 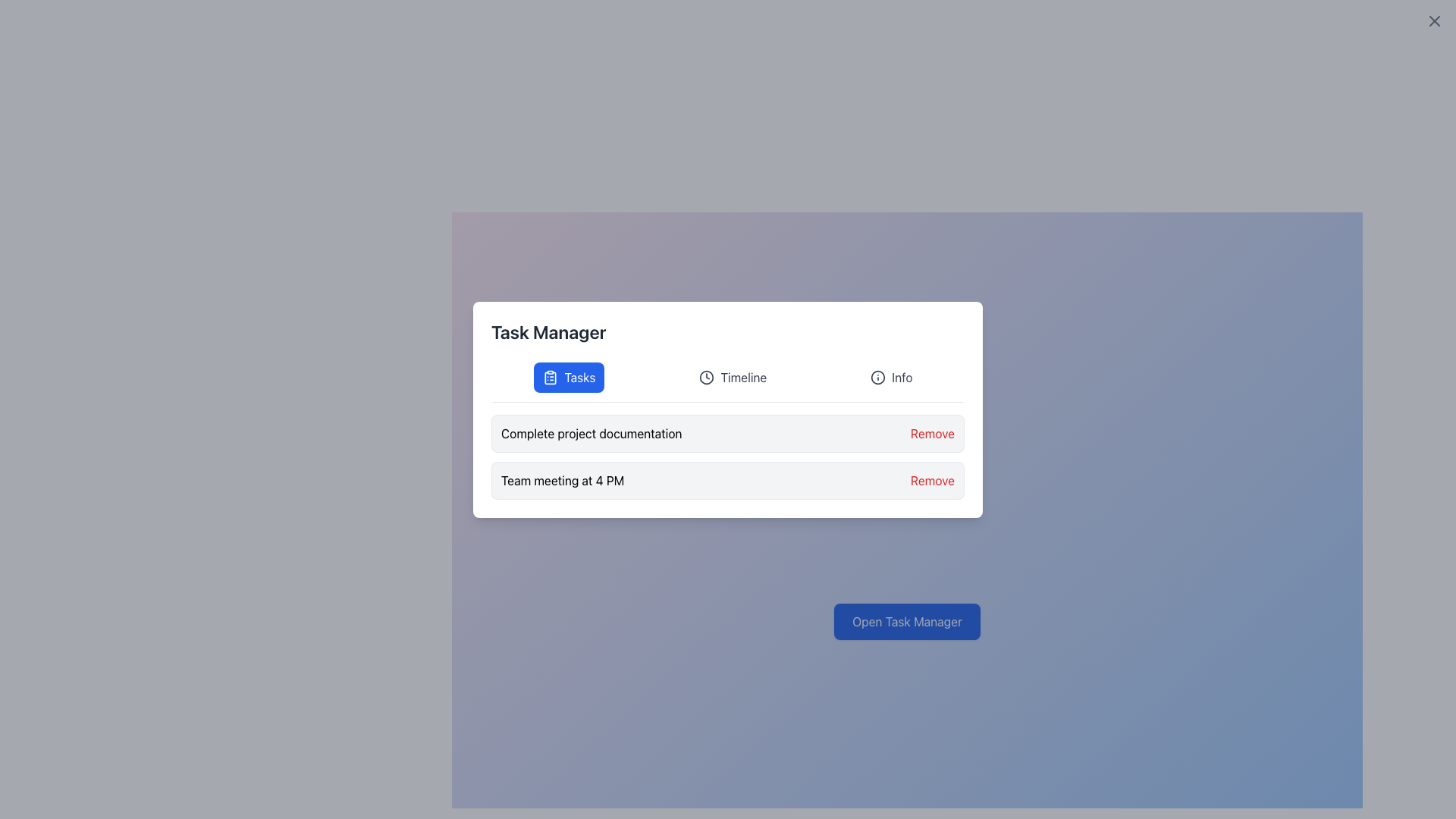 I want to click on the 'Info' button, which is the third button in a group of three buttons labeled 'Tasks', 'Timeline', and 'Info', so click(x=891, y=376).